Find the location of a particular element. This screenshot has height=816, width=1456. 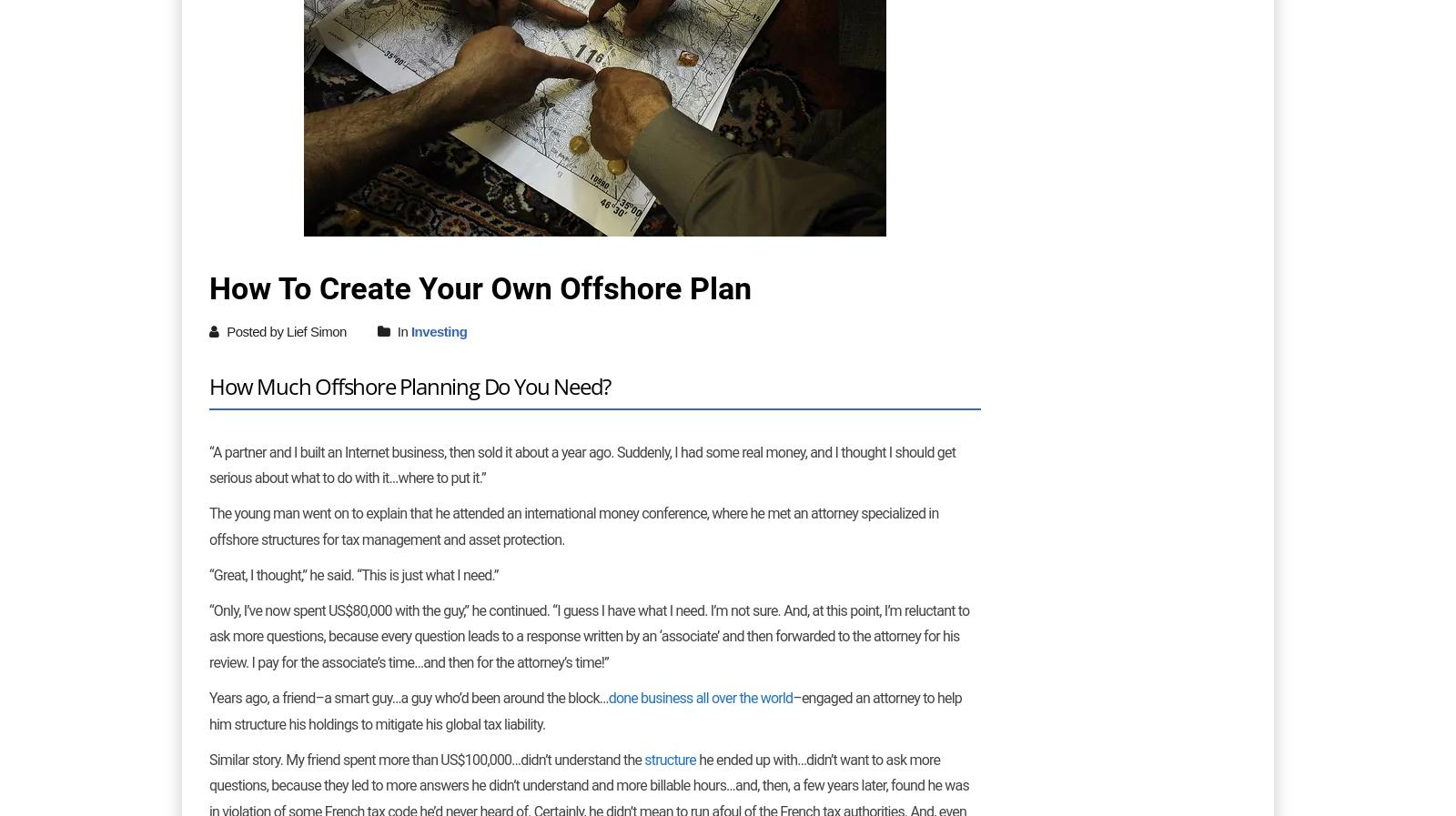

'–engaged an attorney to help him structure his holdings to' is located at coordinates (585, 710).